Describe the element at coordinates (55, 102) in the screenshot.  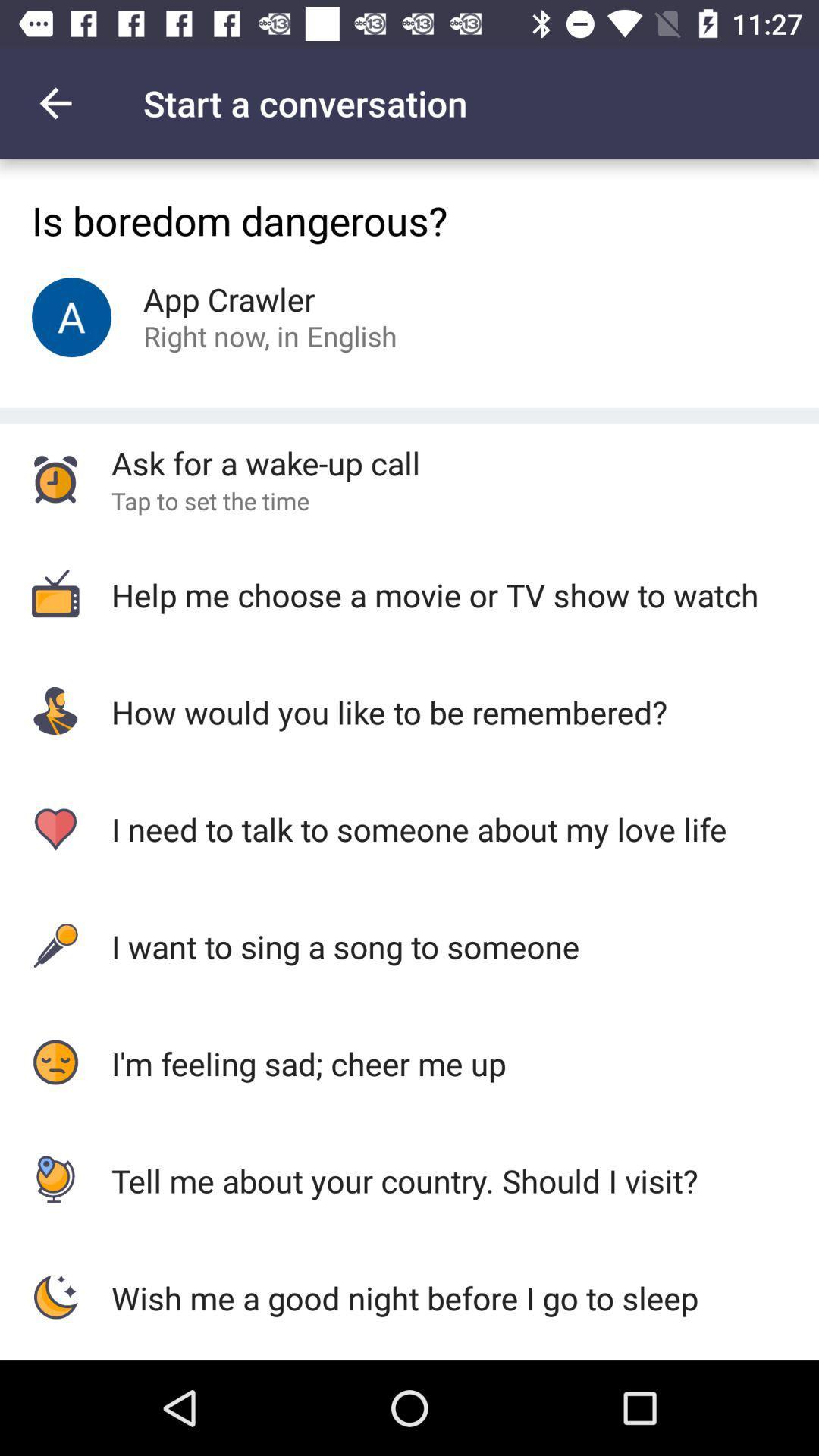
I see `item above the is boredom dangerous?` at that location.